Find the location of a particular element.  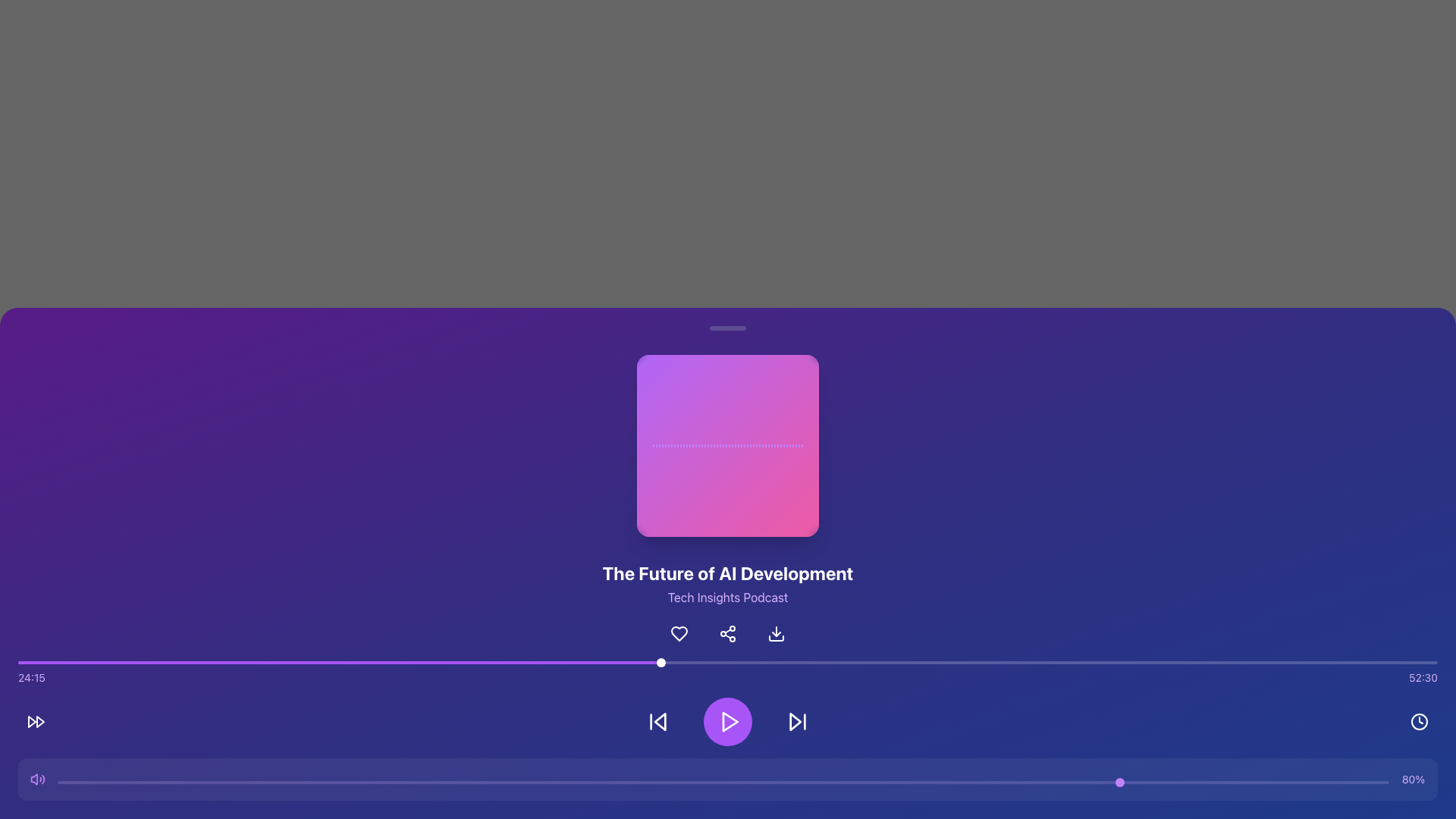

the slider position is located at coordinates (1082, 783).